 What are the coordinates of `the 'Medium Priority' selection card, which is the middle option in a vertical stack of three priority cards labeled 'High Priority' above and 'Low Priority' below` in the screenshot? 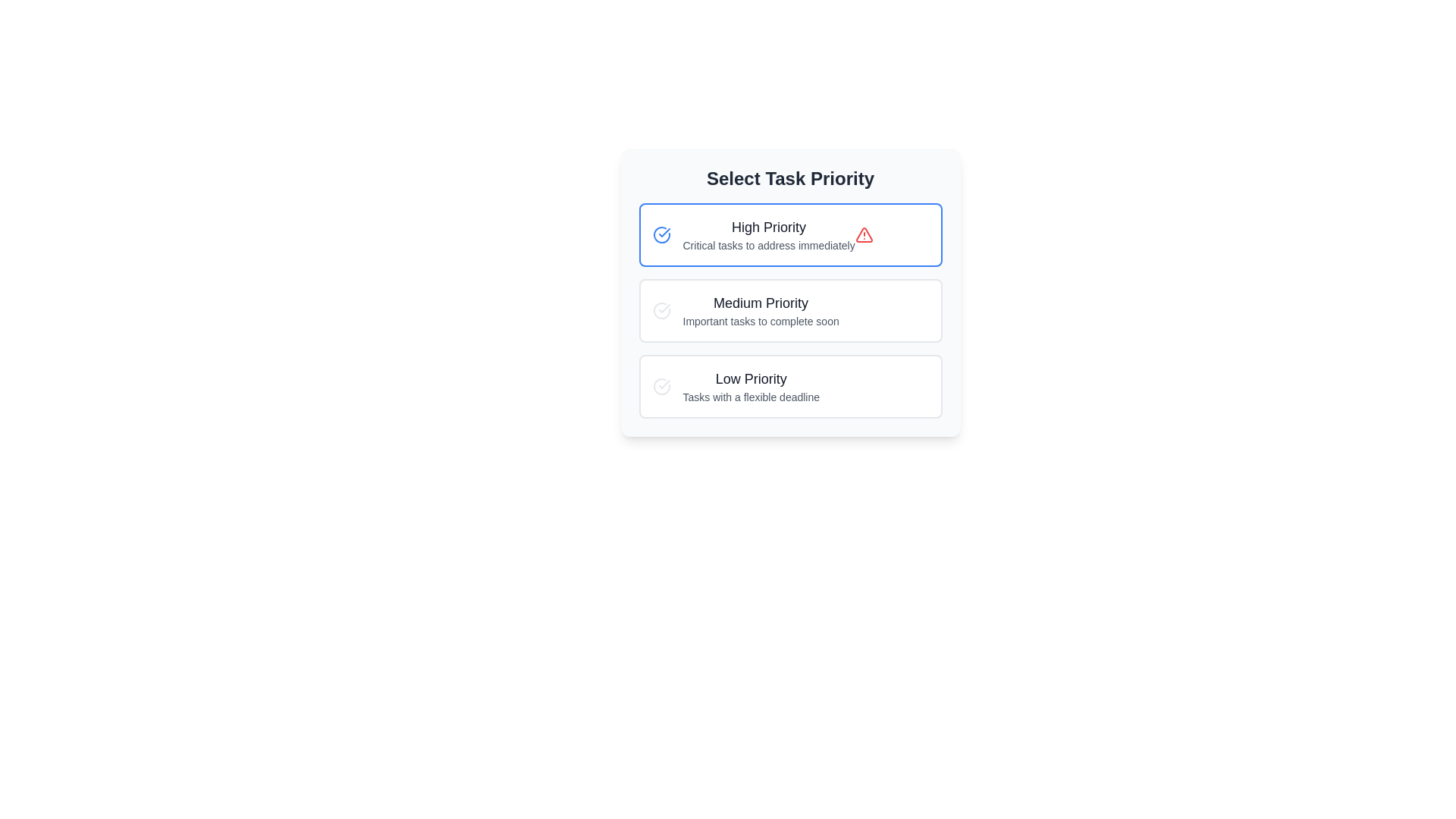 It's located at (789, 309).